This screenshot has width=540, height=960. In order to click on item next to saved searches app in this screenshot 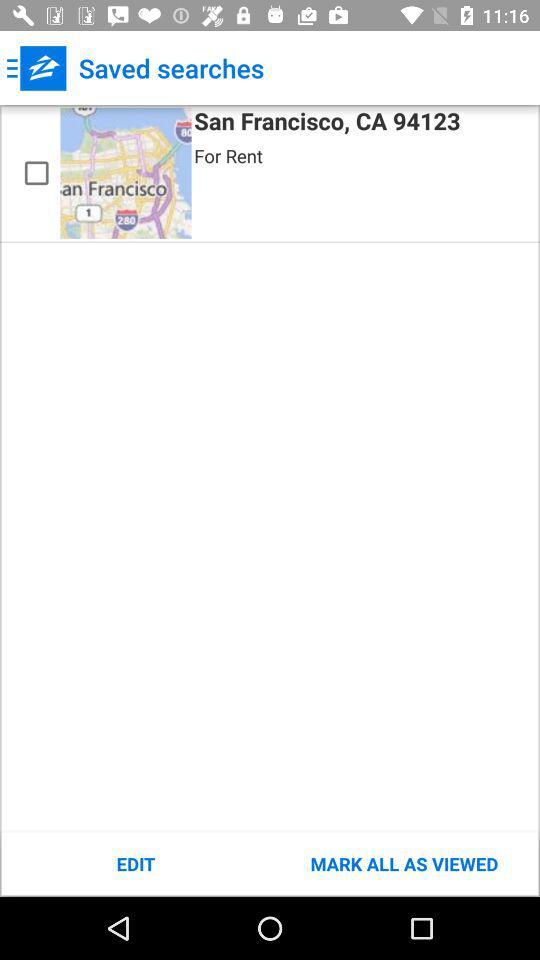, I will do `click(36, 68)`.